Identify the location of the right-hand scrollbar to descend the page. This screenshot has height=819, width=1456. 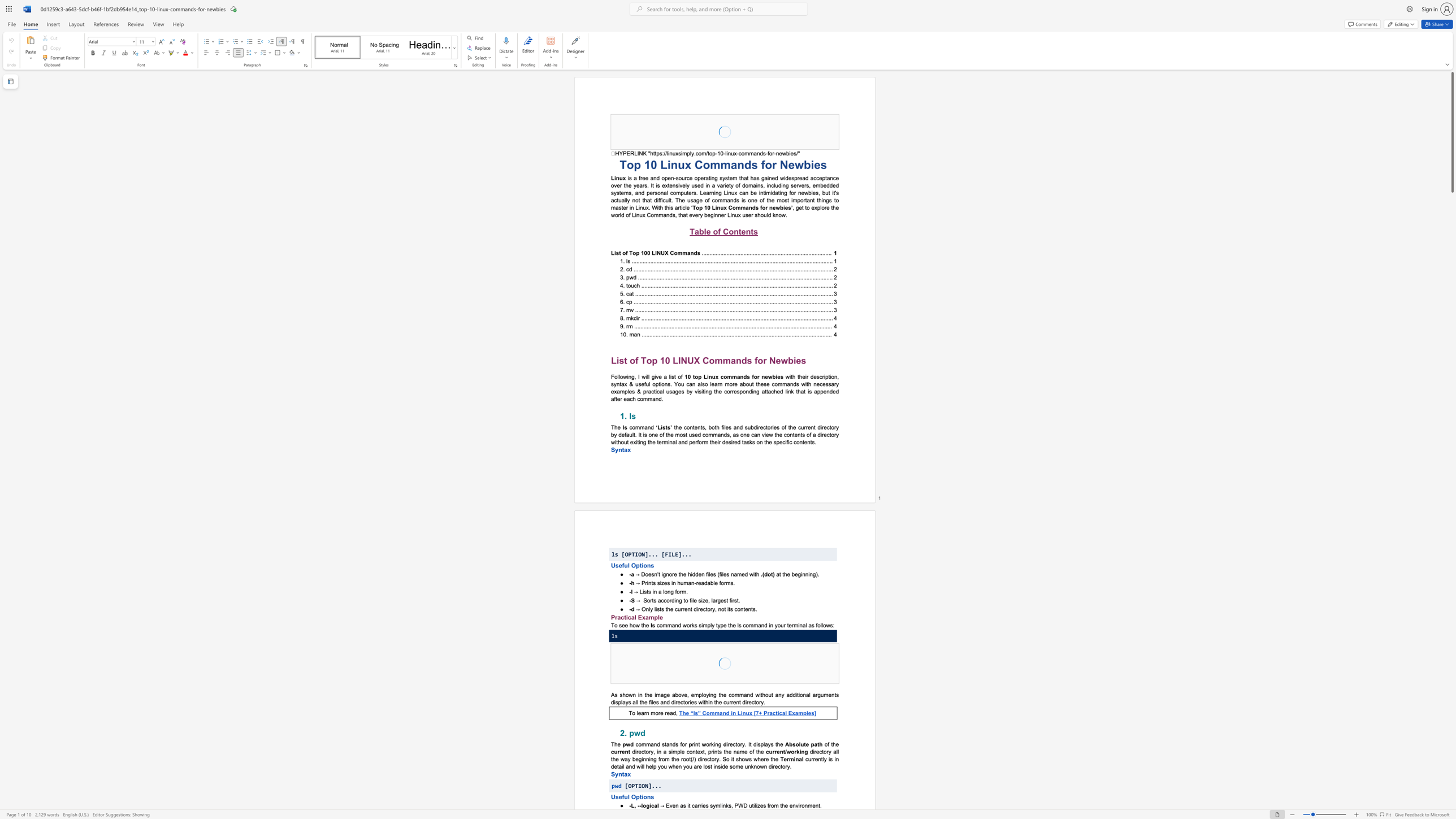
(1451, 318).